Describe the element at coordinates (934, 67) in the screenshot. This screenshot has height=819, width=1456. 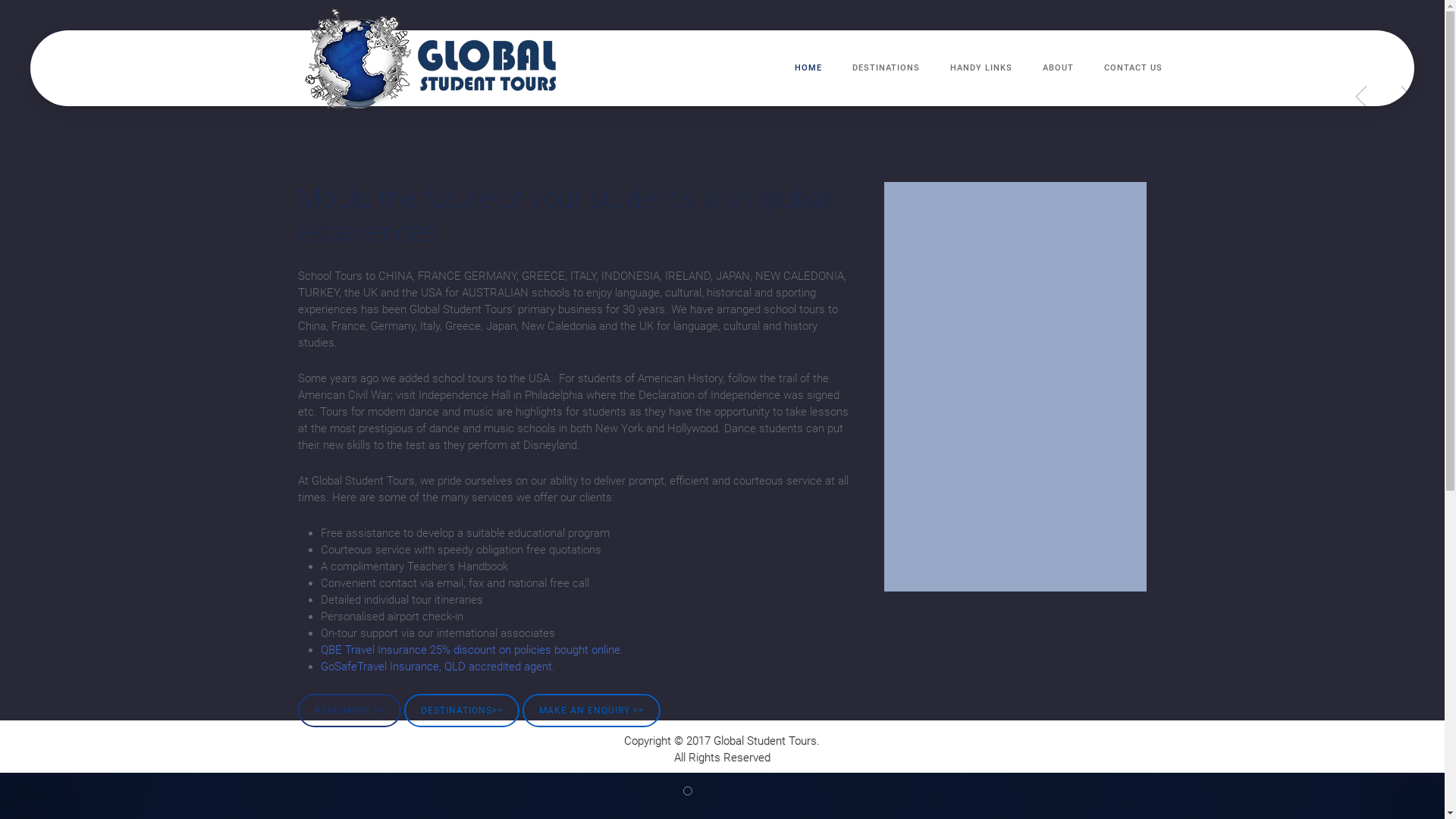
I see `'HANDY LINKS'` at that location.